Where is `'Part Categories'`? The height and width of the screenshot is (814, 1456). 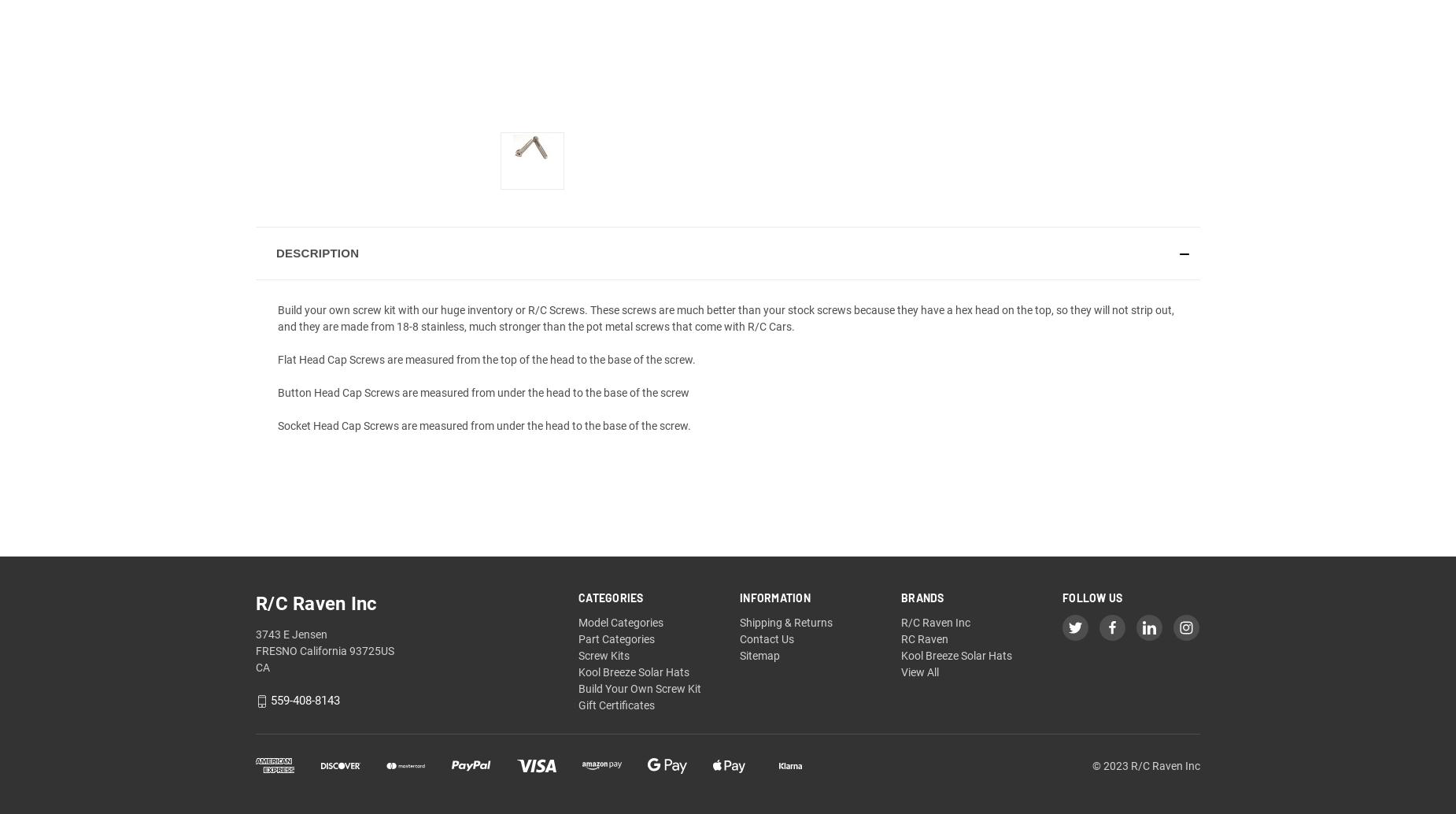
'Part Categories' is located at coordinates (616, 638).